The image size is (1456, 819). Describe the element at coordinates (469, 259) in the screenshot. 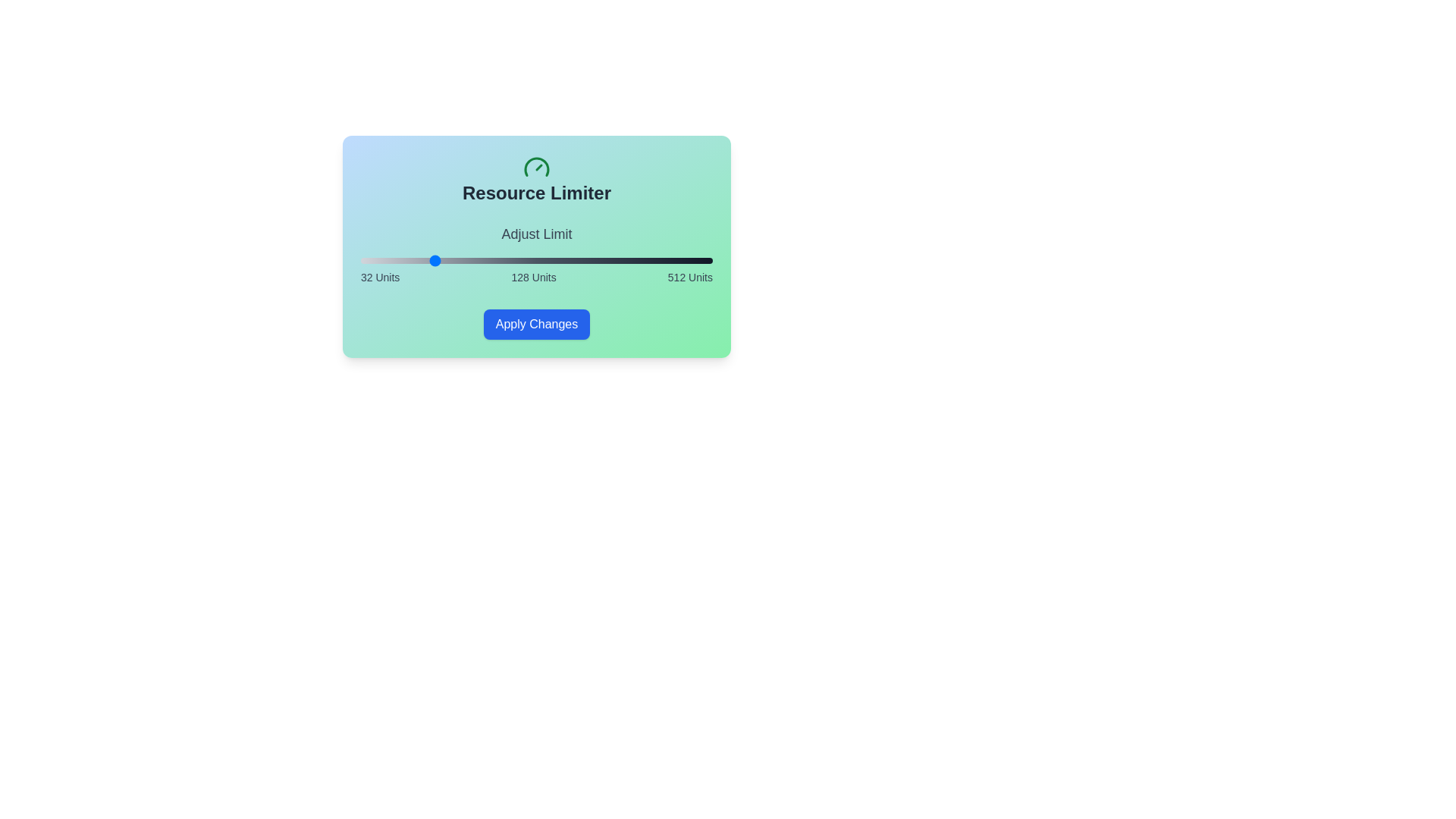

I see `the slider to set its value to 182` at that location.